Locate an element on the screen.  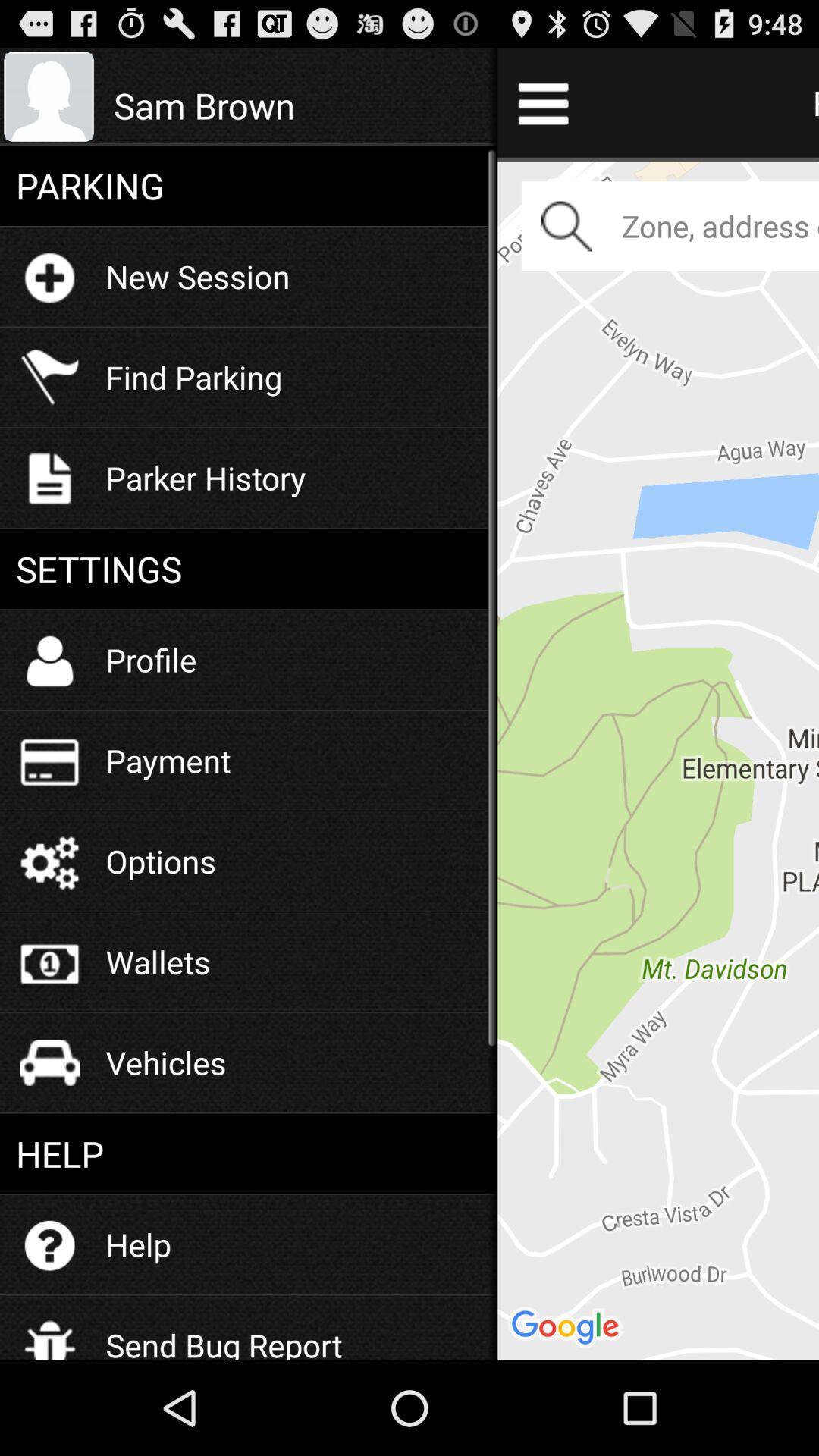
icon above the vehicles is located at coordinates (158, 961).